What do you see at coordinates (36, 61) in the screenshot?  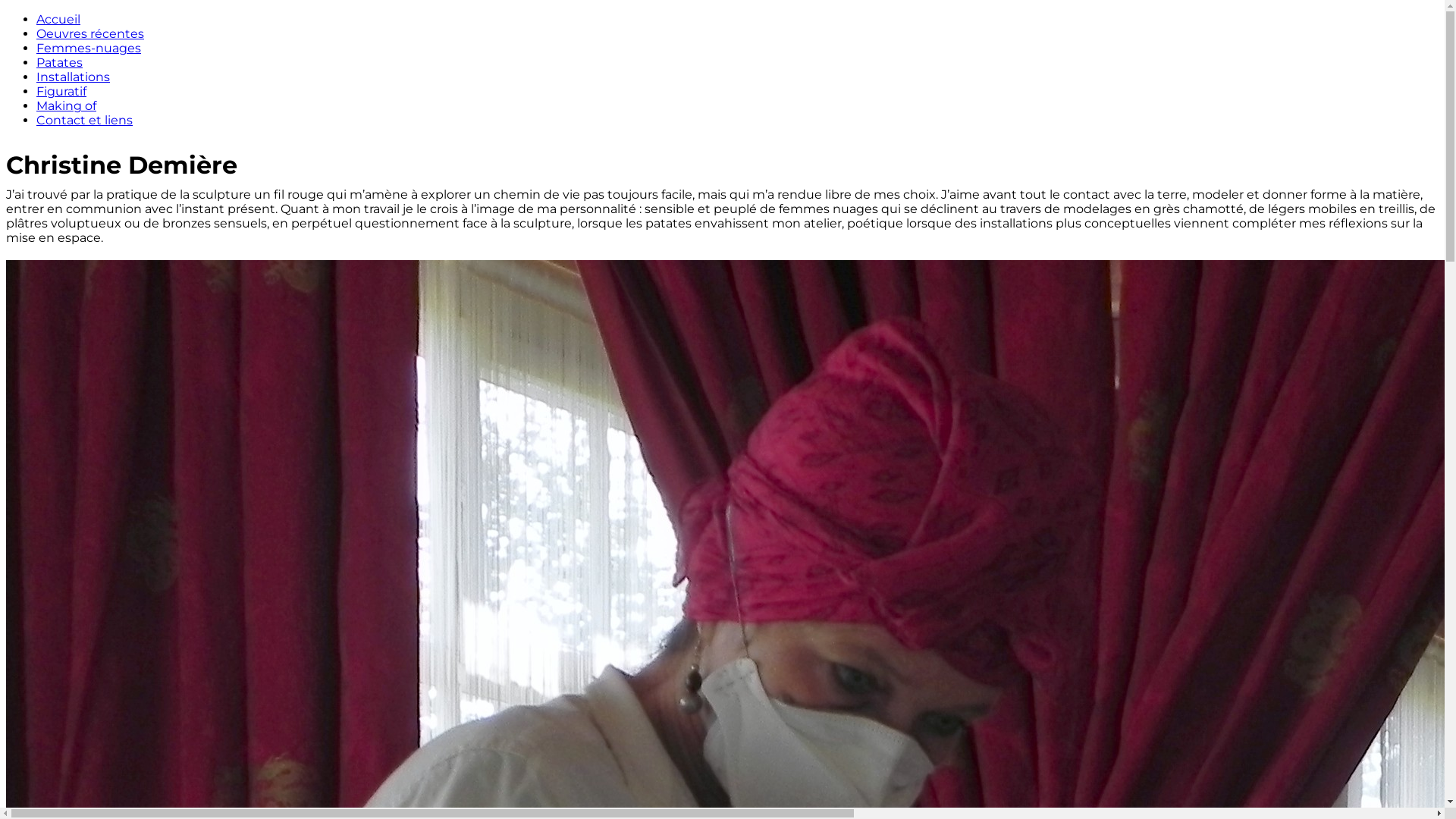 I see `'Patates'` at bounding box center [36, 61].